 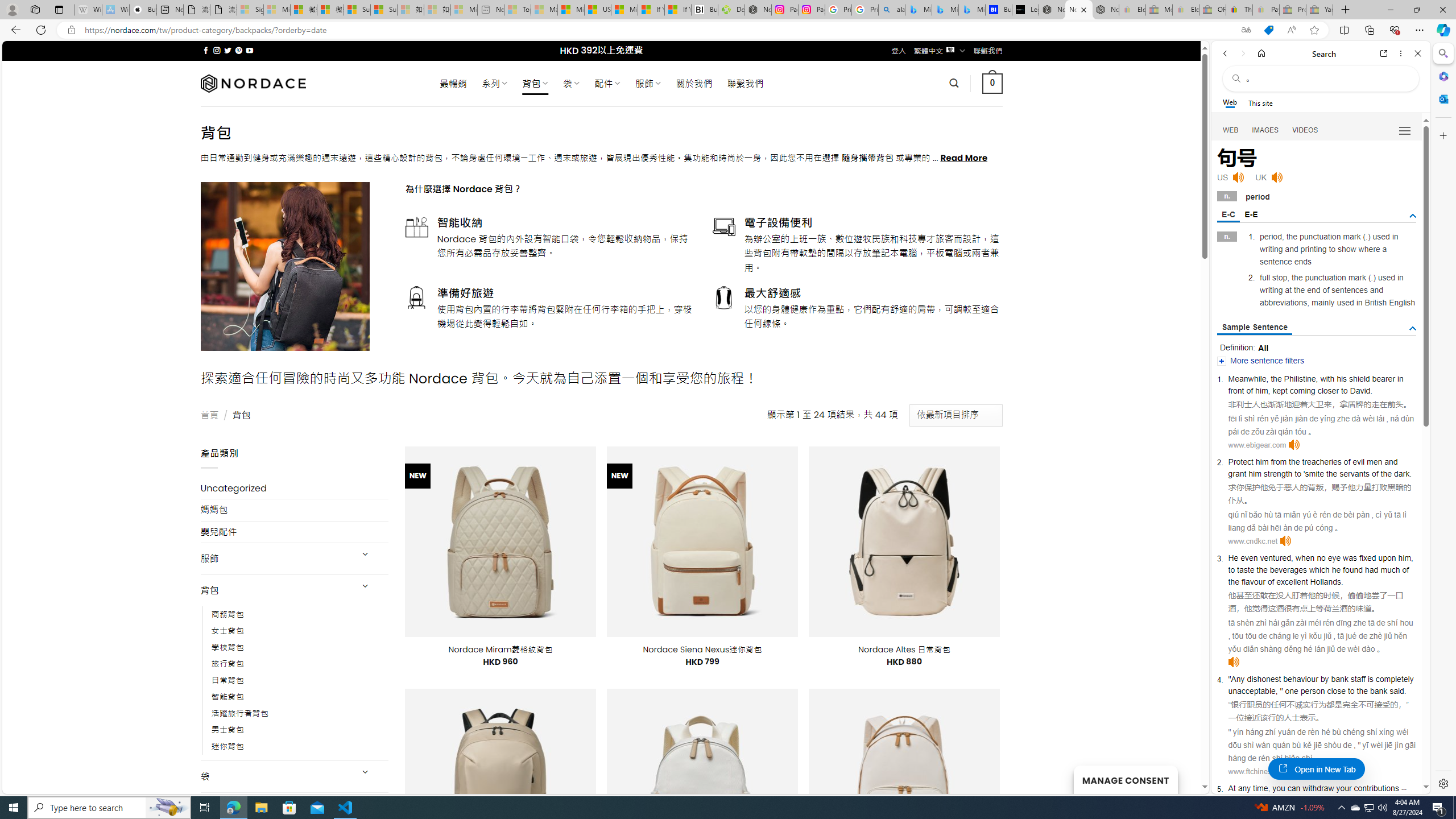 What do you see at coordinates (1396, 690) in the screenshot?
I see `'said'` at bounding box center [1396, 690].